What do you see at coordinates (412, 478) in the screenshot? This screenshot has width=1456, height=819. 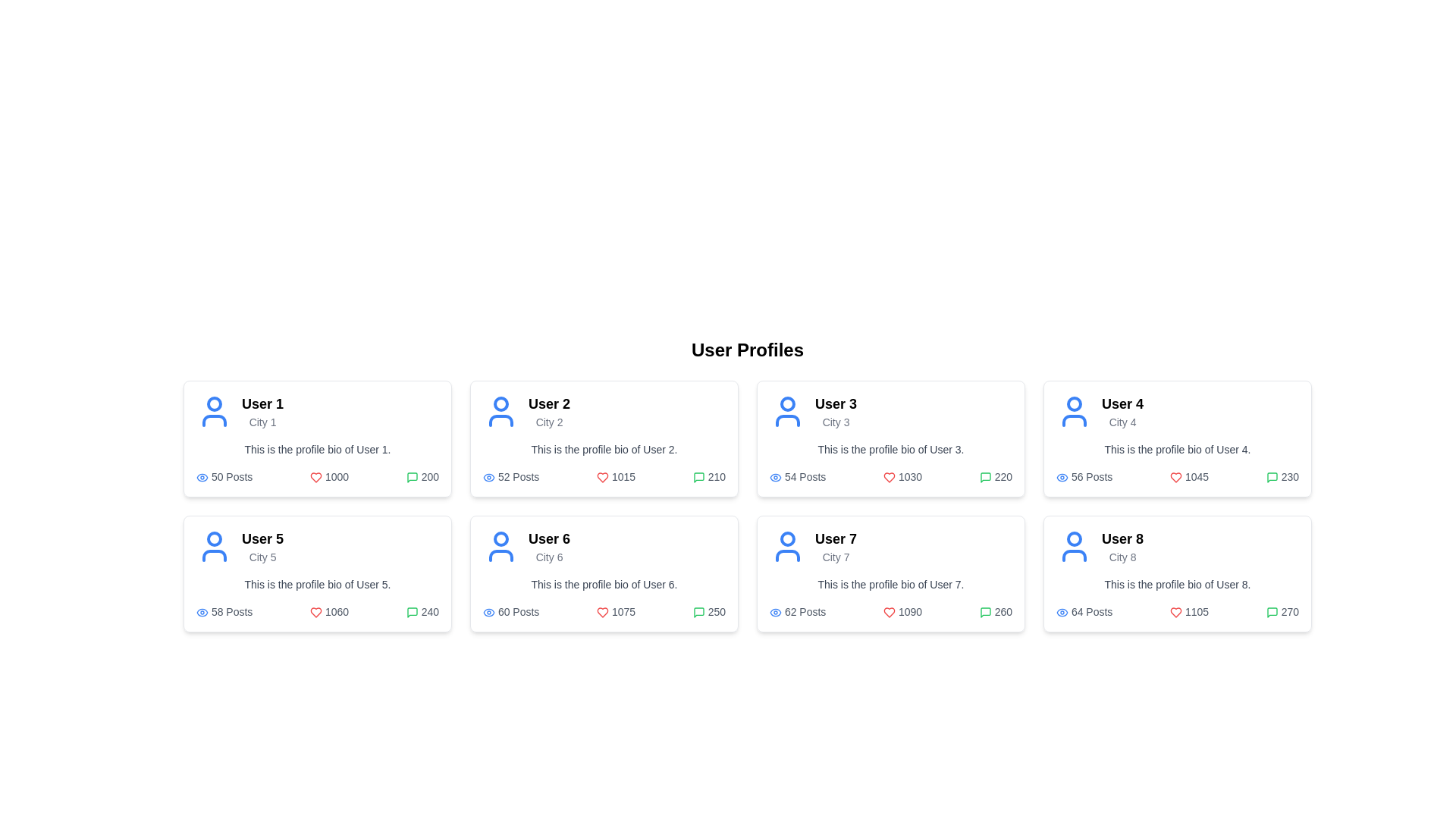 I see `the small green message box icon located at the bottom right corner of 'User 1's profile card, next to the number '200'` at bounding box center [412, 478].